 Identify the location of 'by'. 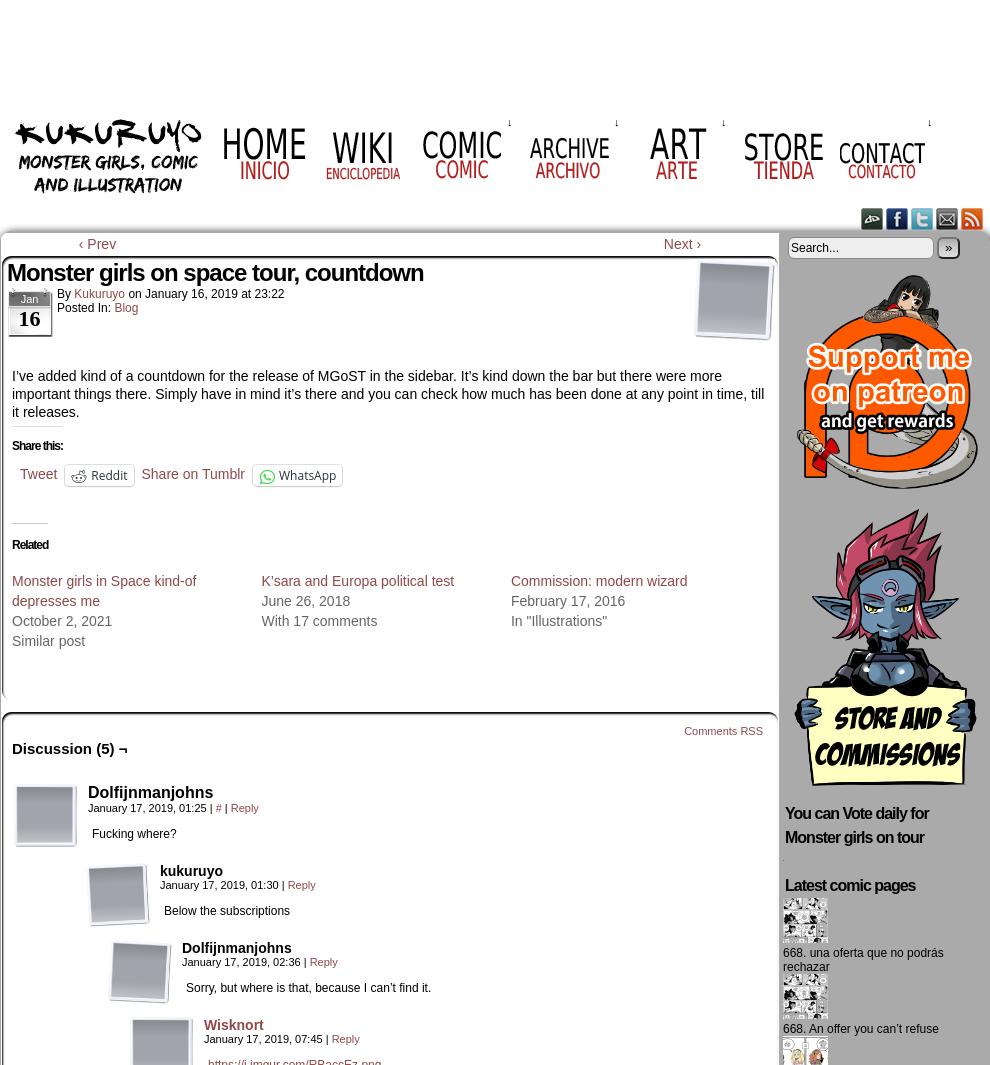
(65, 293).